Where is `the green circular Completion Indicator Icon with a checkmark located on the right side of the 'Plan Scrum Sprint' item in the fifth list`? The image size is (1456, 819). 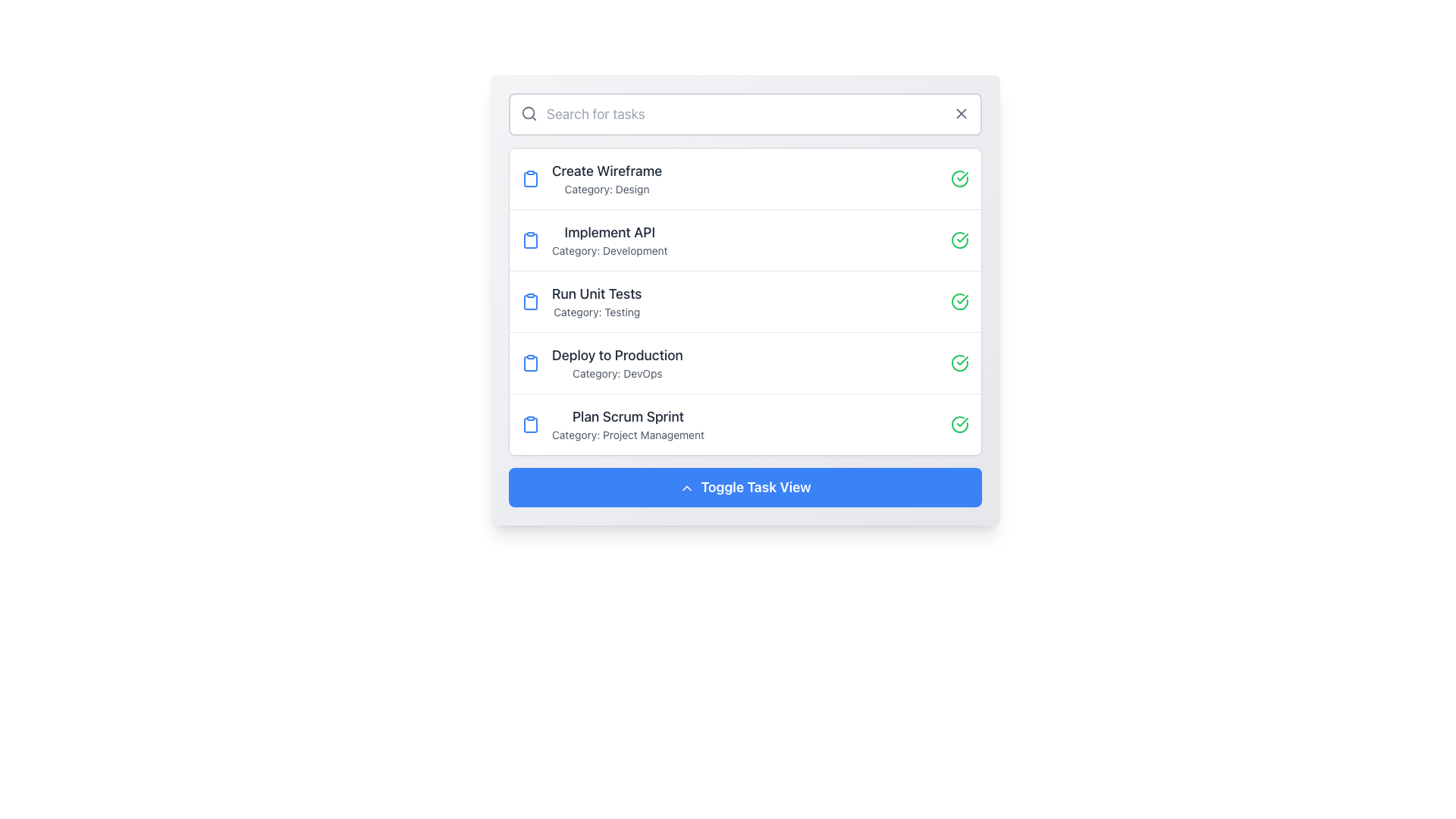
the green circular Completion Indicator Icon with a checkmark located on the right side of the 'Plan Scrum Sprint' item in the fifth list is located at coordinates (959, 424).